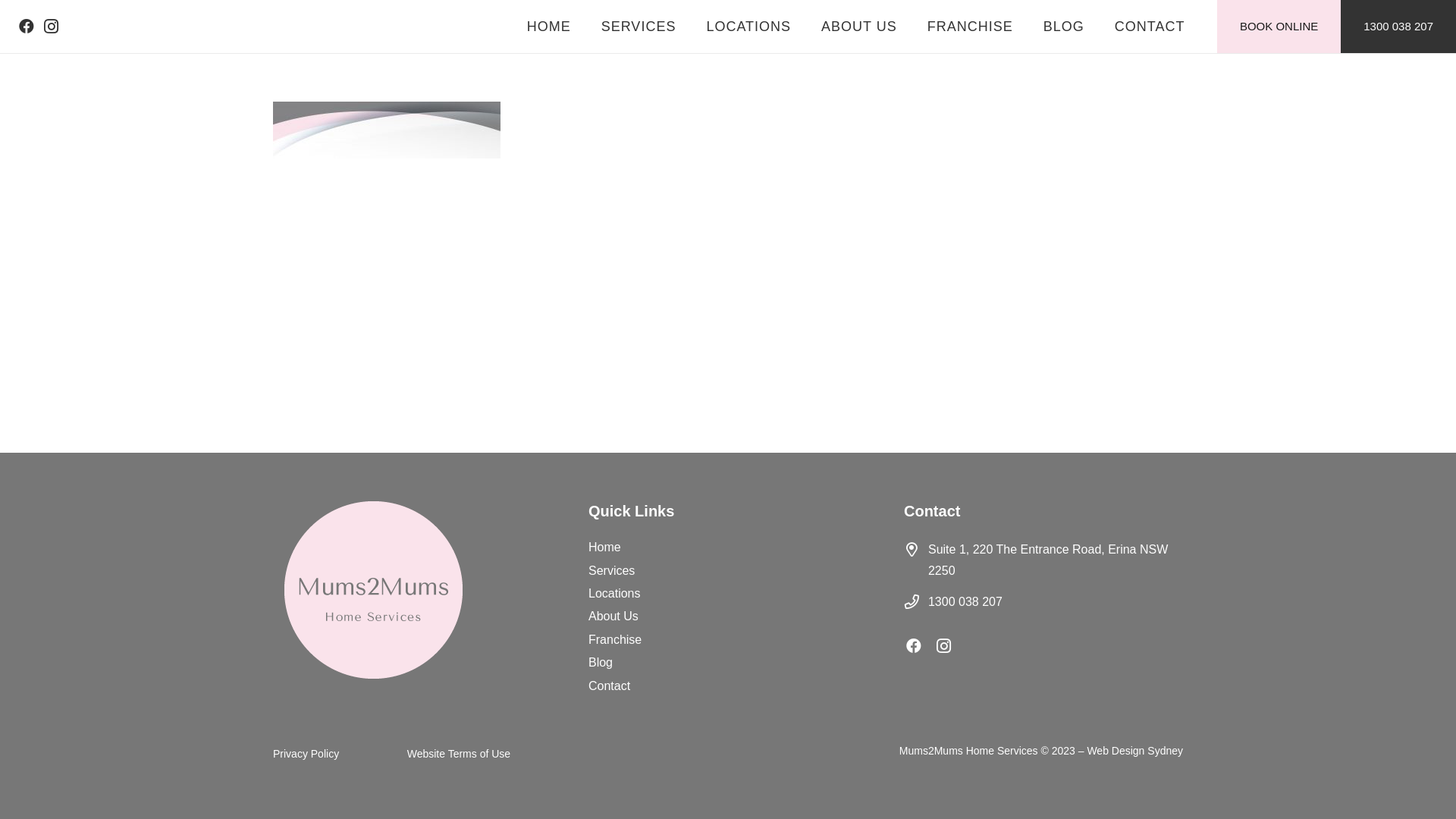  What do you see at coordinates (611, 570) in the screenshot?
I see `'Services'` at bounding box center [611, 570].